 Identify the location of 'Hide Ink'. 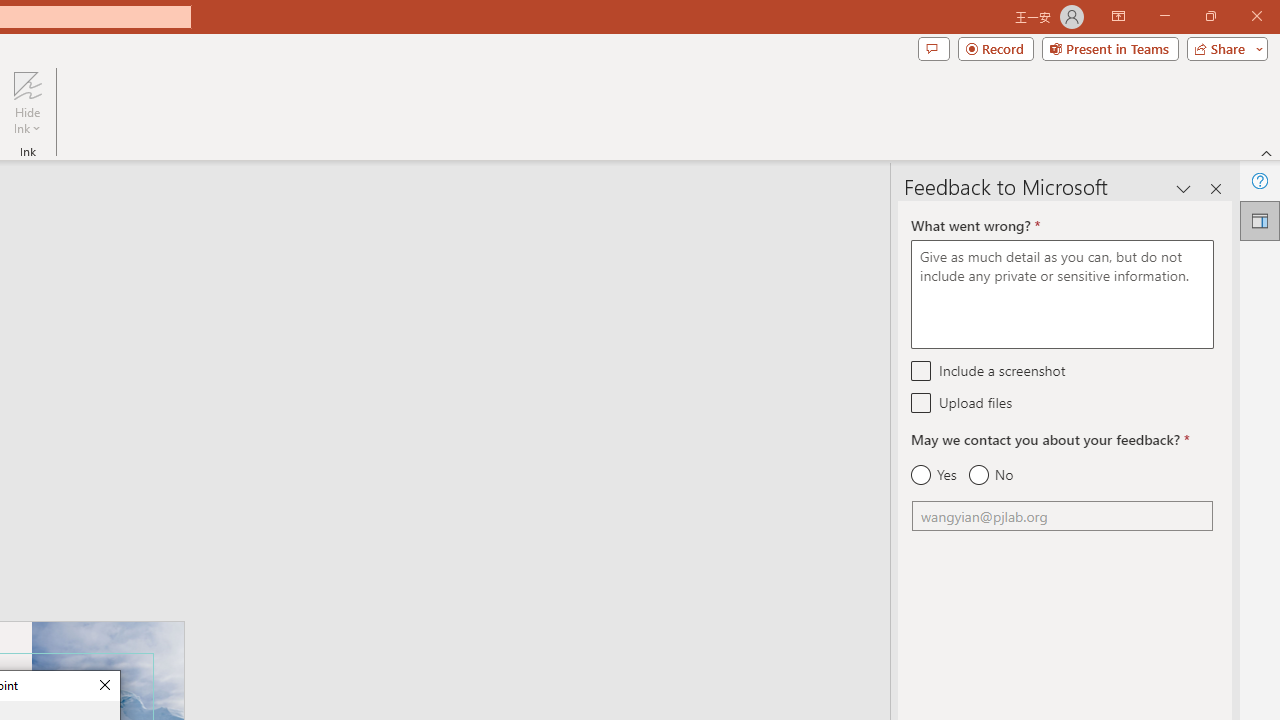
(27, 103).